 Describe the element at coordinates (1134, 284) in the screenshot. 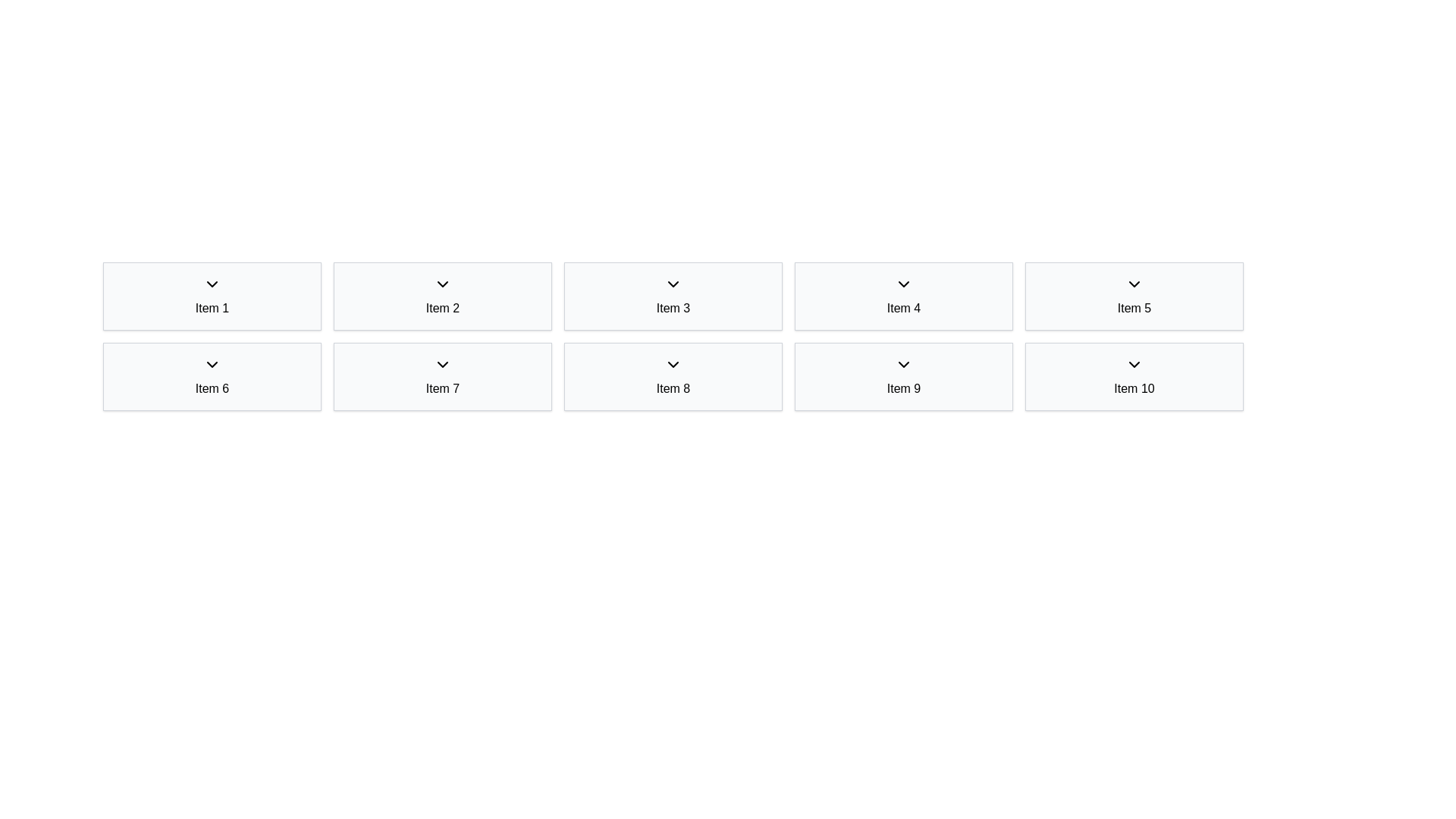

I see `the expandable/collapsible icon located in the top-right portion of the grid layout above 'Item 5'` at that location.